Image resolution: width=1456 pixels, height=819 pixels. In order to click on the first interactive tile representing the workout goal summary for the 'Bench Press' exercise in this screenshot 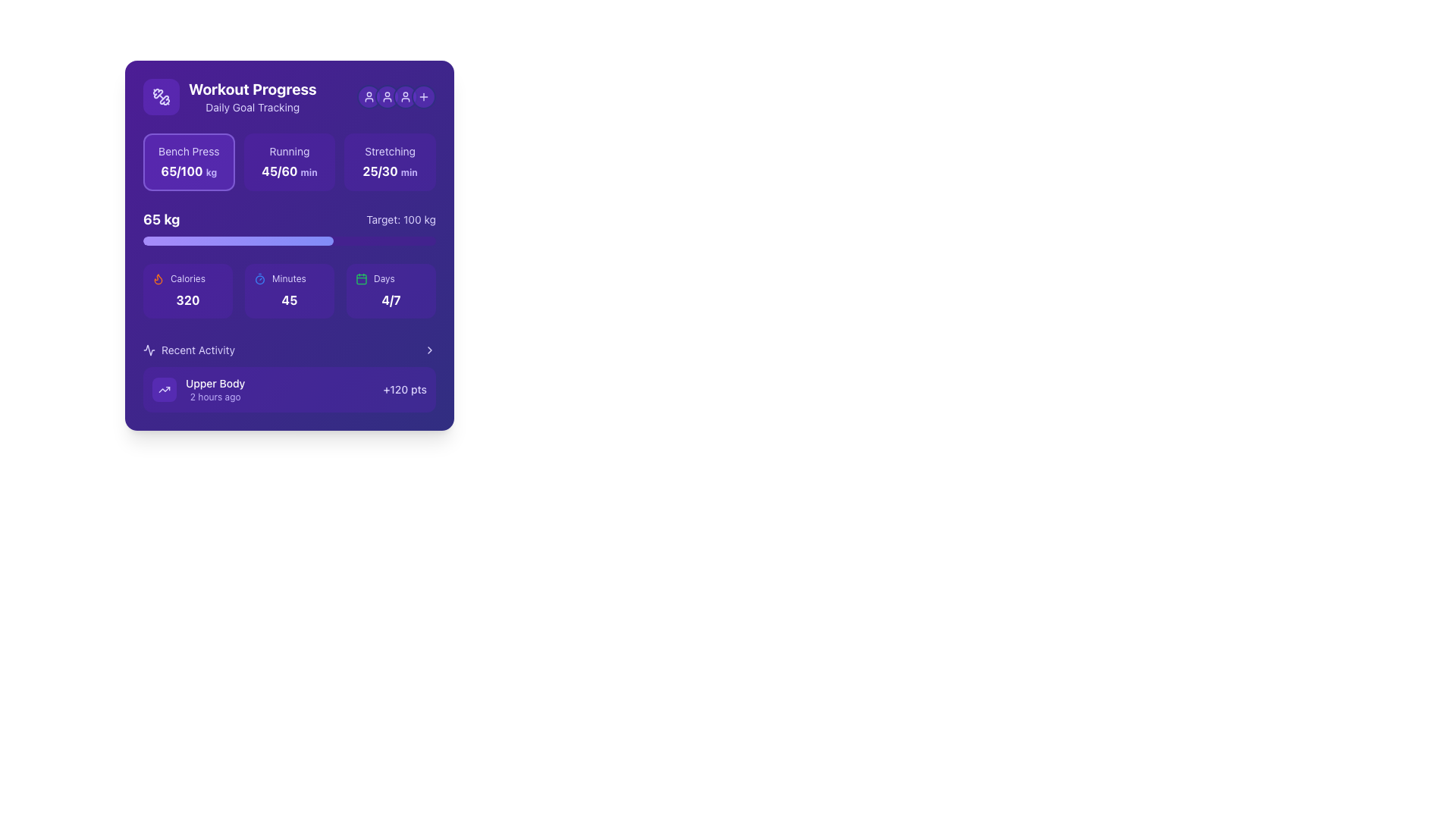, I will do `click(188, 162)`.